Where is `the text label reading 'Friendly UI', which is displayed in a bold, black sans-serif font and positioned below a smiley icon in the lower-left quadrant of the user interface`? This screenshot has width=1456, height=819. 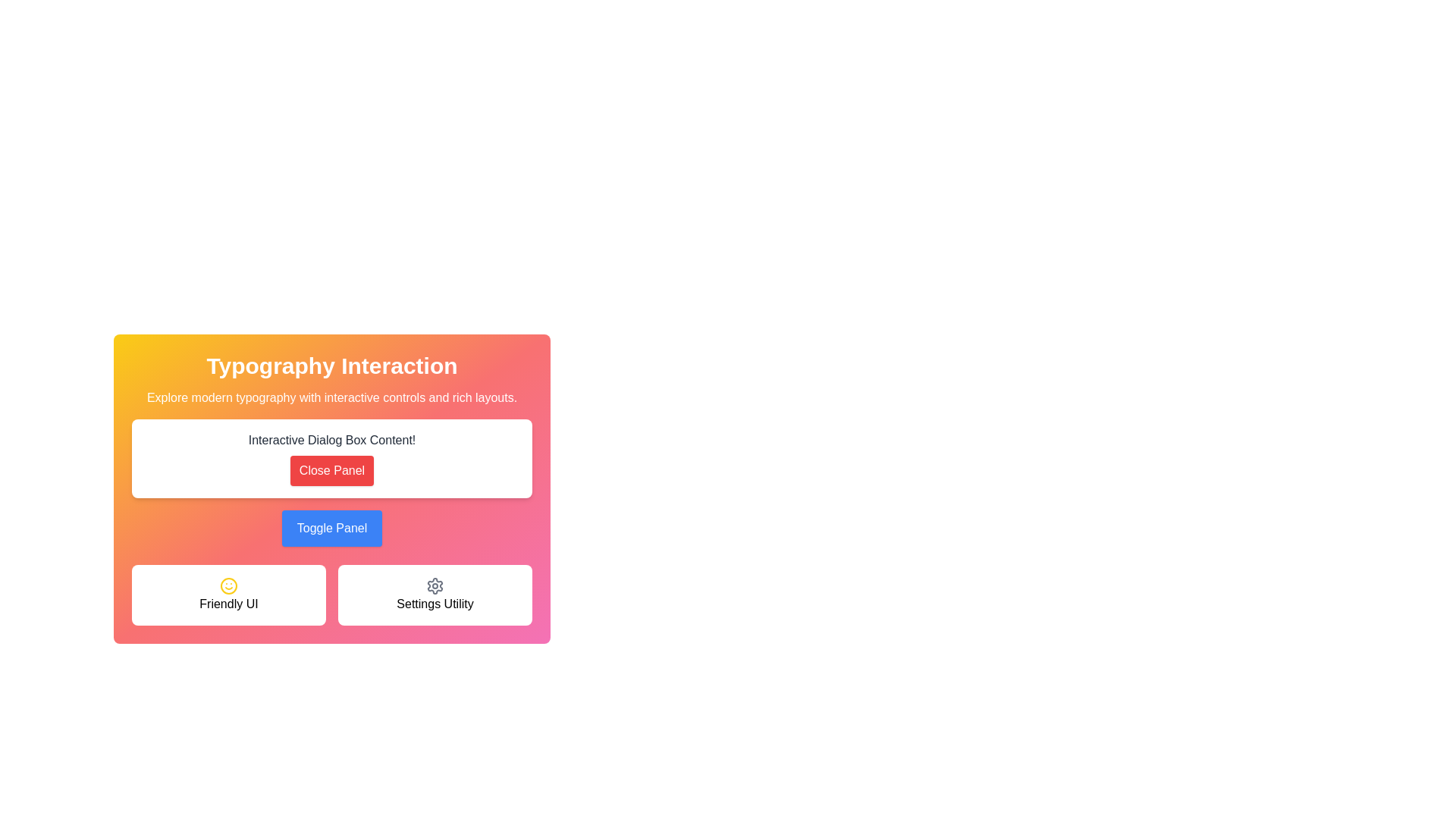
the text label reading 'Friendly UI', which is displayed in a bold, black sans-serif font and positioned below a smiley icon in the lower-left quadrant of the user interface is located at coordinates (228, 604).